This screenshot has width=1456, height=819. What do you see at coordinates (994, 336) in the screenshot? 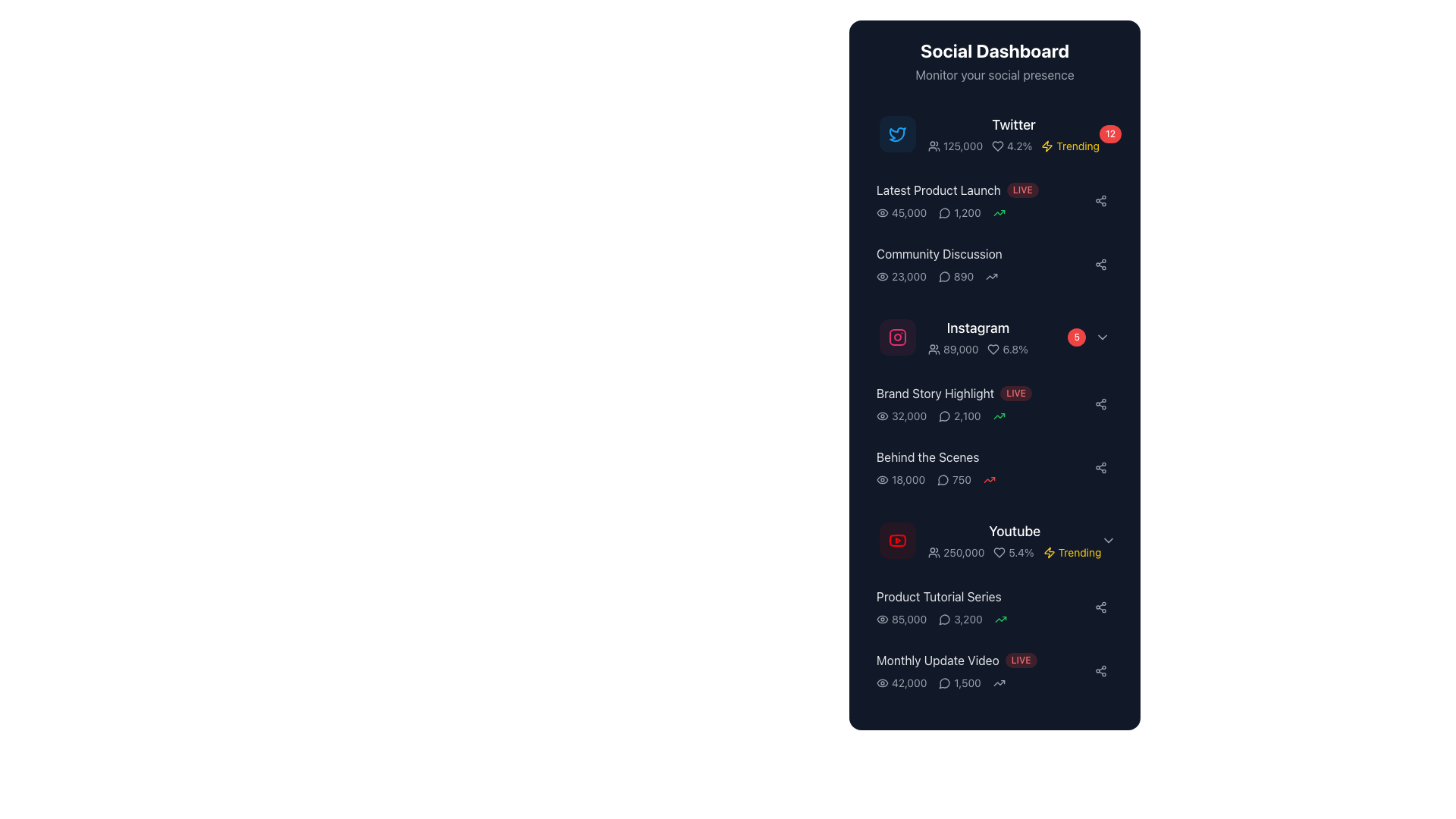
I see `the dropdown arrow on the Information card, which is the fourth card down in a vertical list on the social dashboard` at bounding box center [994, 336].